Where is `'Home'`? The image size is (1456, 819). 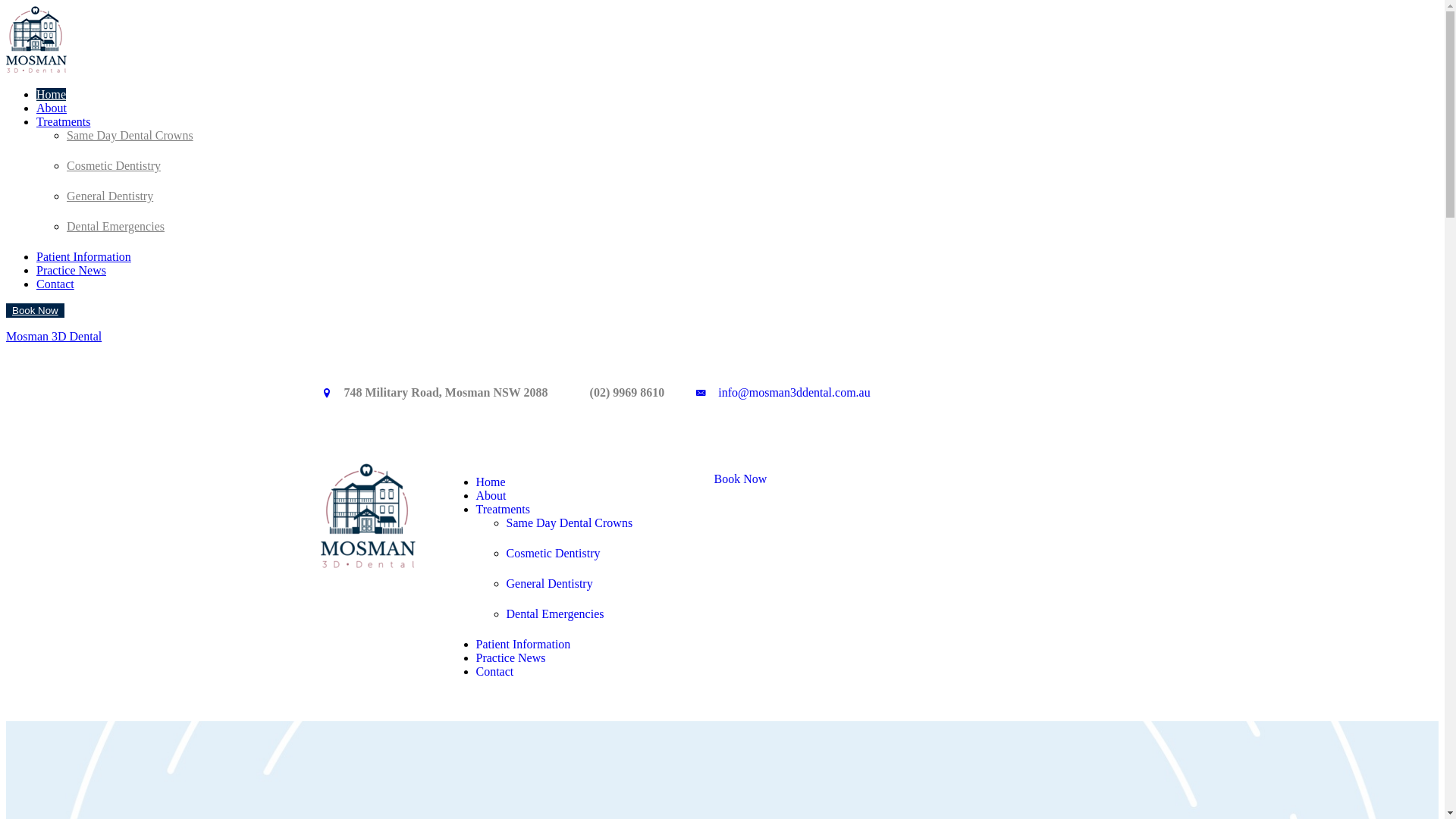
'Home' is located at coordinates (51, 94).